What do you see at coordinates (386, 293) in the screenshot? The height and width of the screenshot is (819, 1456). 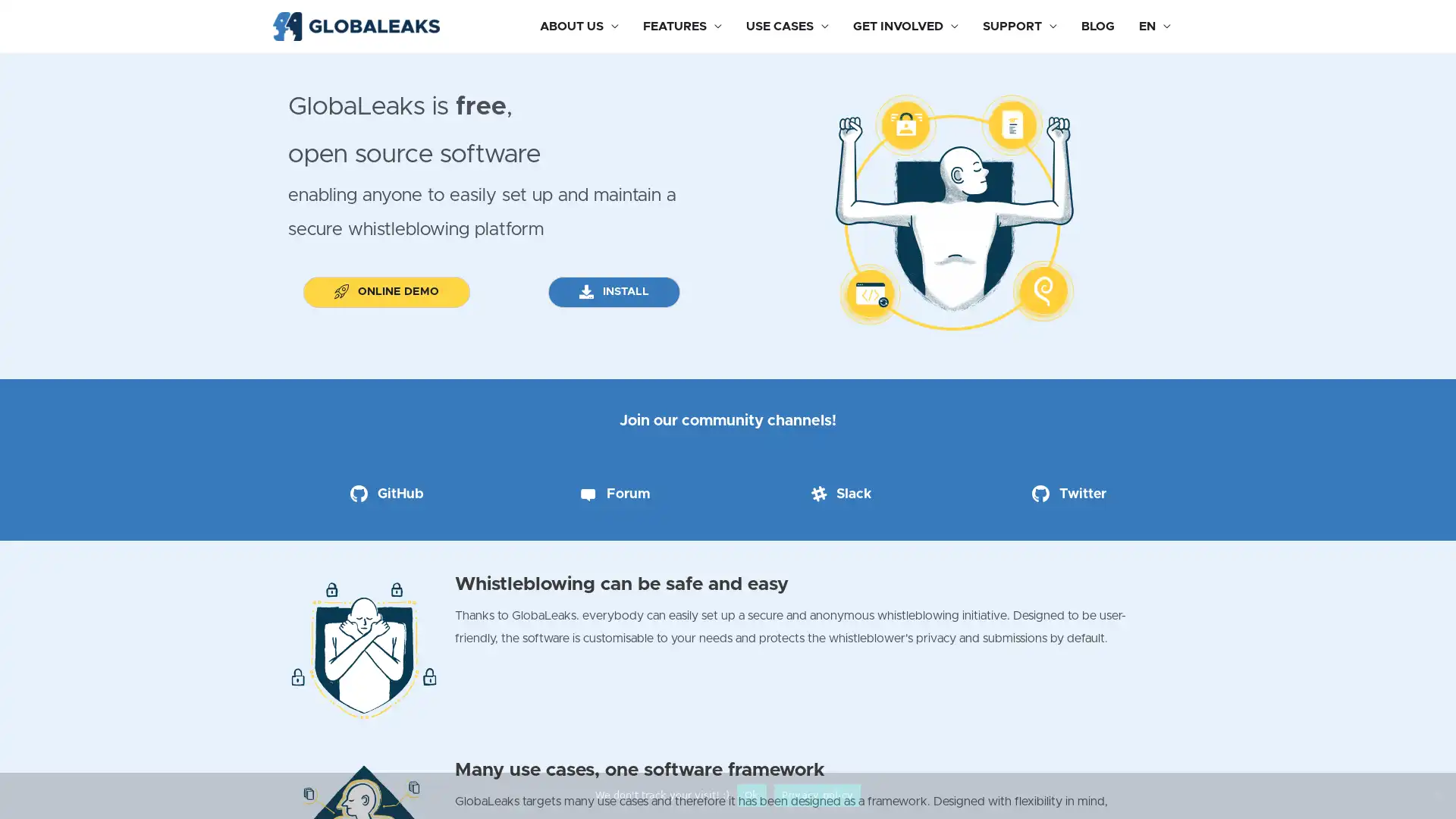 I see `ONLINE DEMO` at bounding box center [386, 293].